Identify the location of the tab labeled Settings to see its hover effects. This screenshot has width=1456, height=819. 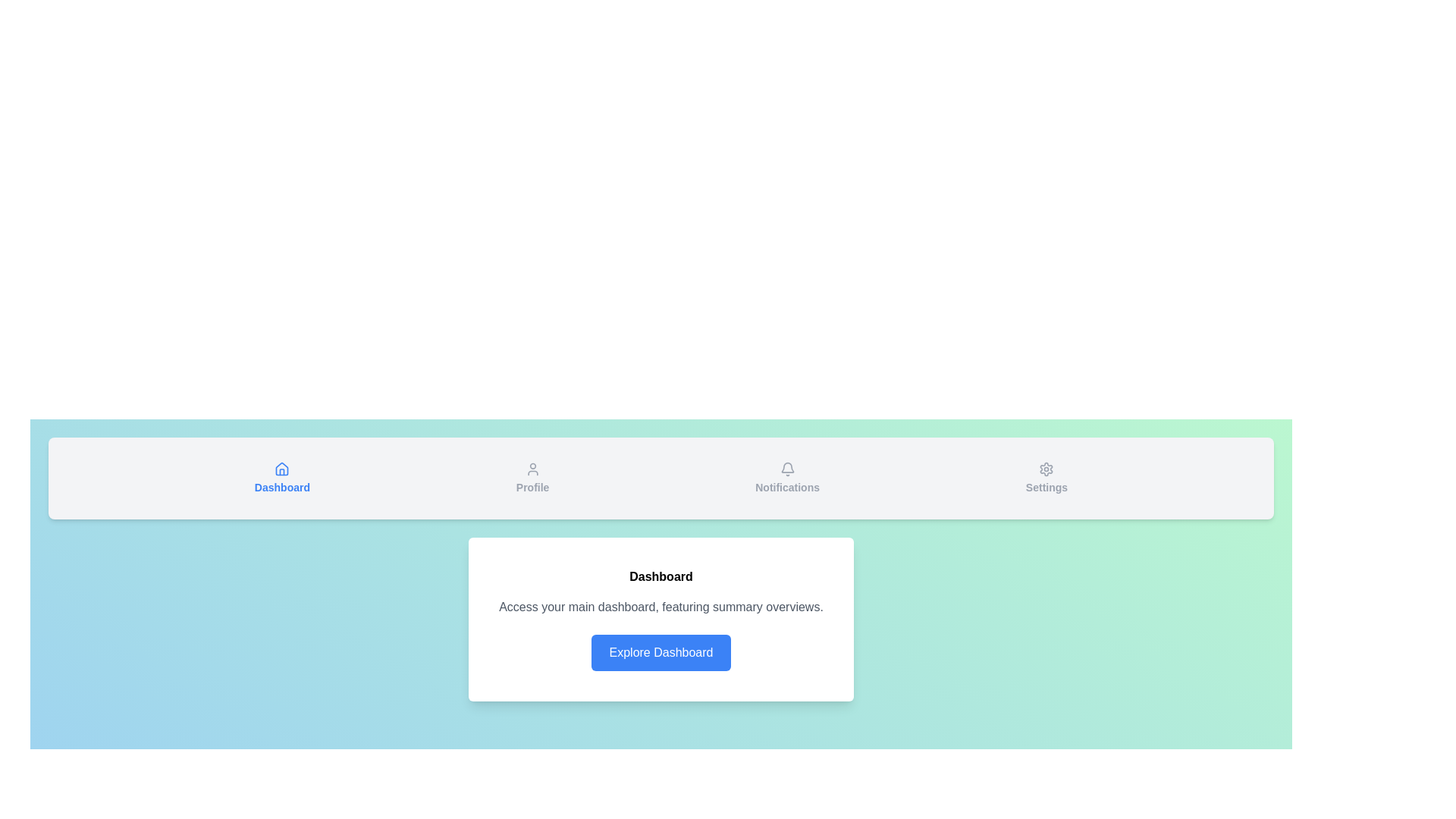
(1046, 479).